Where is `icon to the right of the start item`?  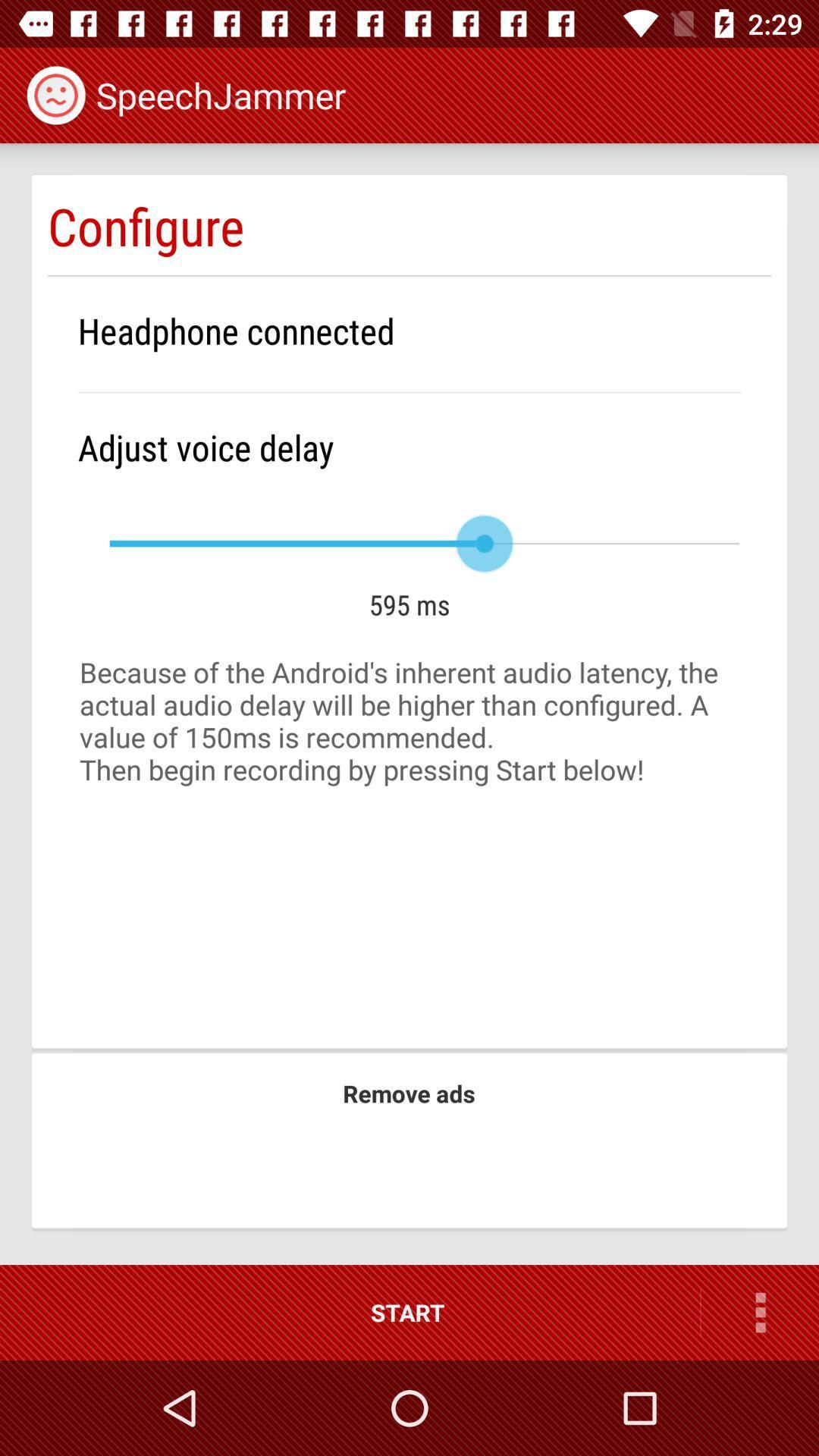 icon to the right of the start item is located at coordinates (760, 1312).